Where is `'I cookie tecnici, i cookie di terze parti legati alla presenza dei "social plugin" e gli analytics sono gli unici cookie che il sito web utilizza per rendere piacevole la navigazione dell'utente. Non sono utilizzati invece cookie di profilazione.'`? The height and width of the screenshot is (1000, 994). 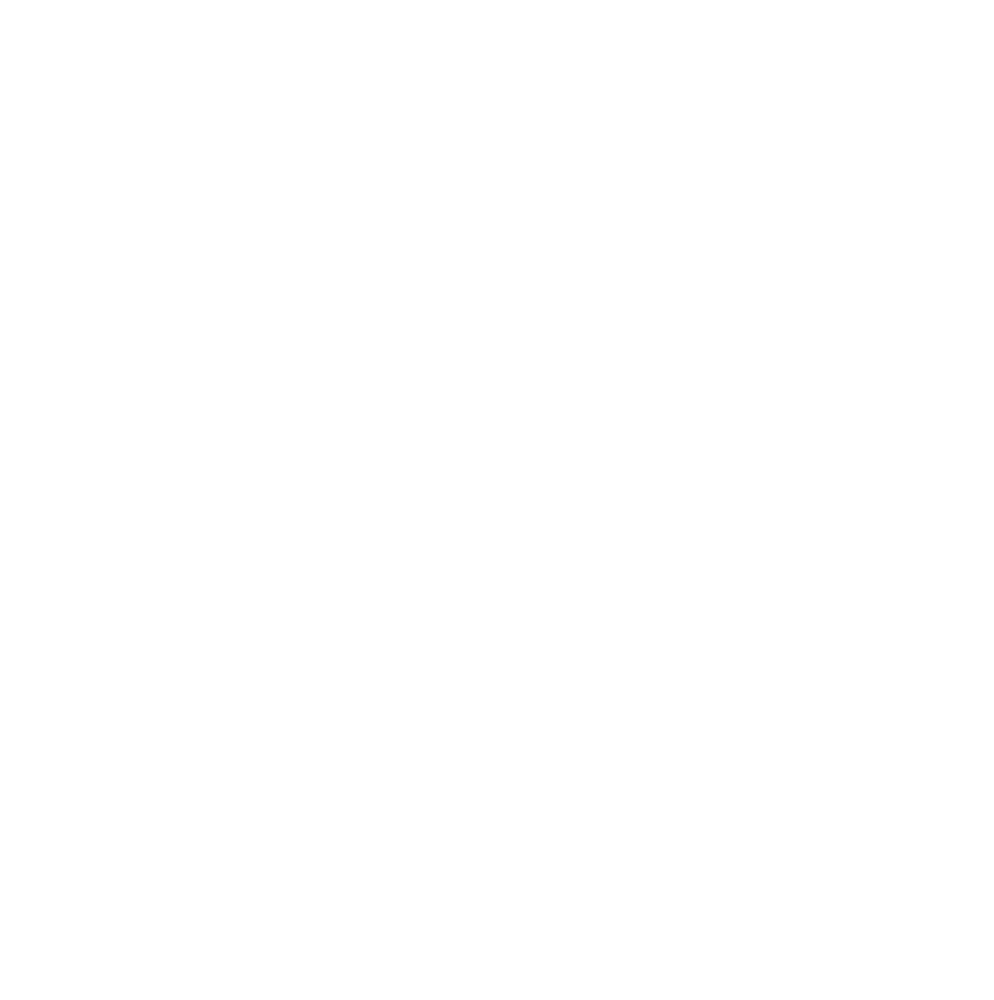
'I cookie tecnici, i cookie di terze parti legati alla presenza dei "social plugin" e gli analytics sono gli unici cookie che il sito web utilizza per rendere piacevole la navigazione dell'utente. Non sono utilizzati invece cookie di profilazione.' is located at coordinates (248, 208).